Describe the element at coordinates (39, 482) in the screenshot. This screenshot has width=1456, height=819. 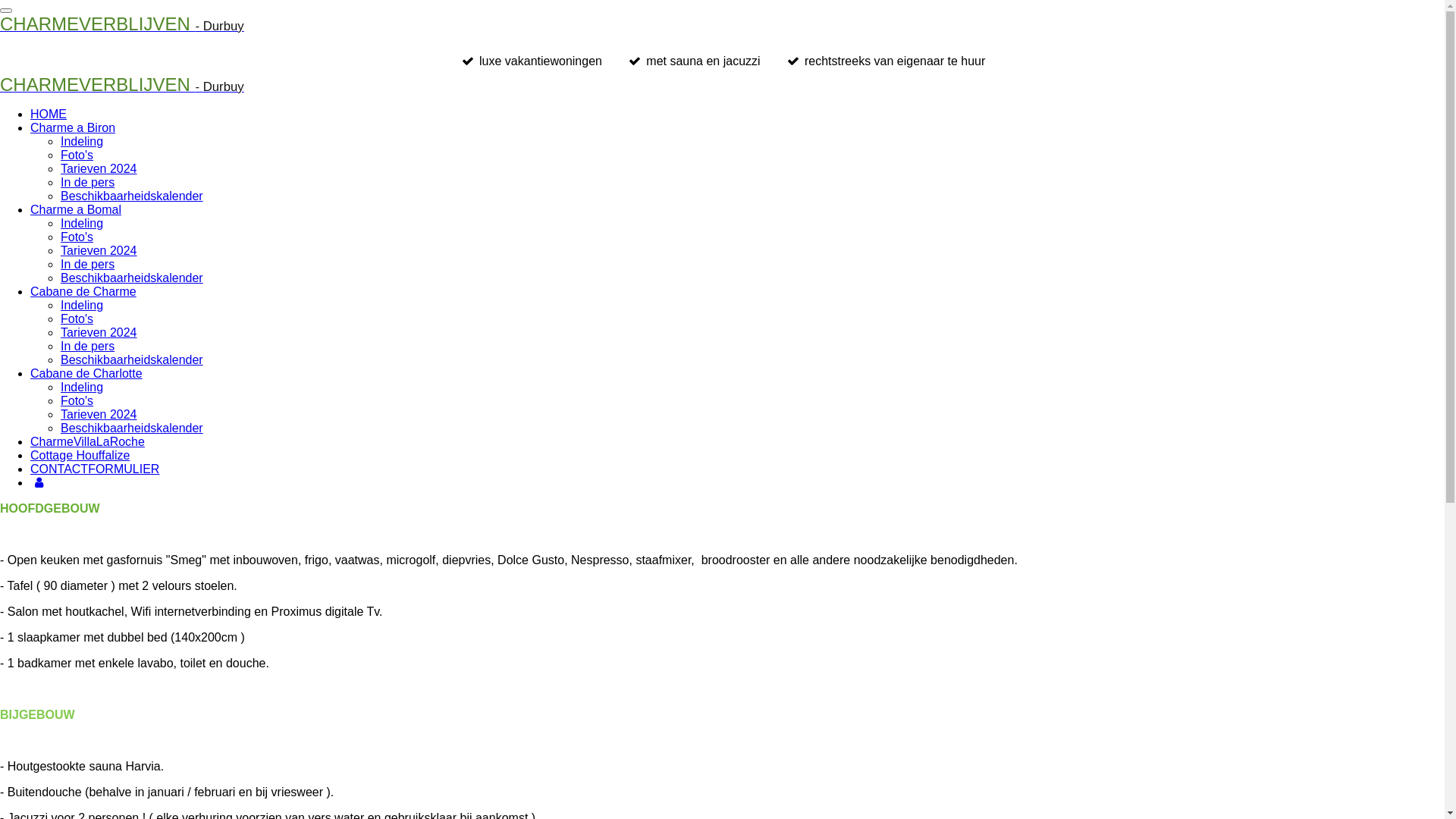
I see `'Account'` at that location.